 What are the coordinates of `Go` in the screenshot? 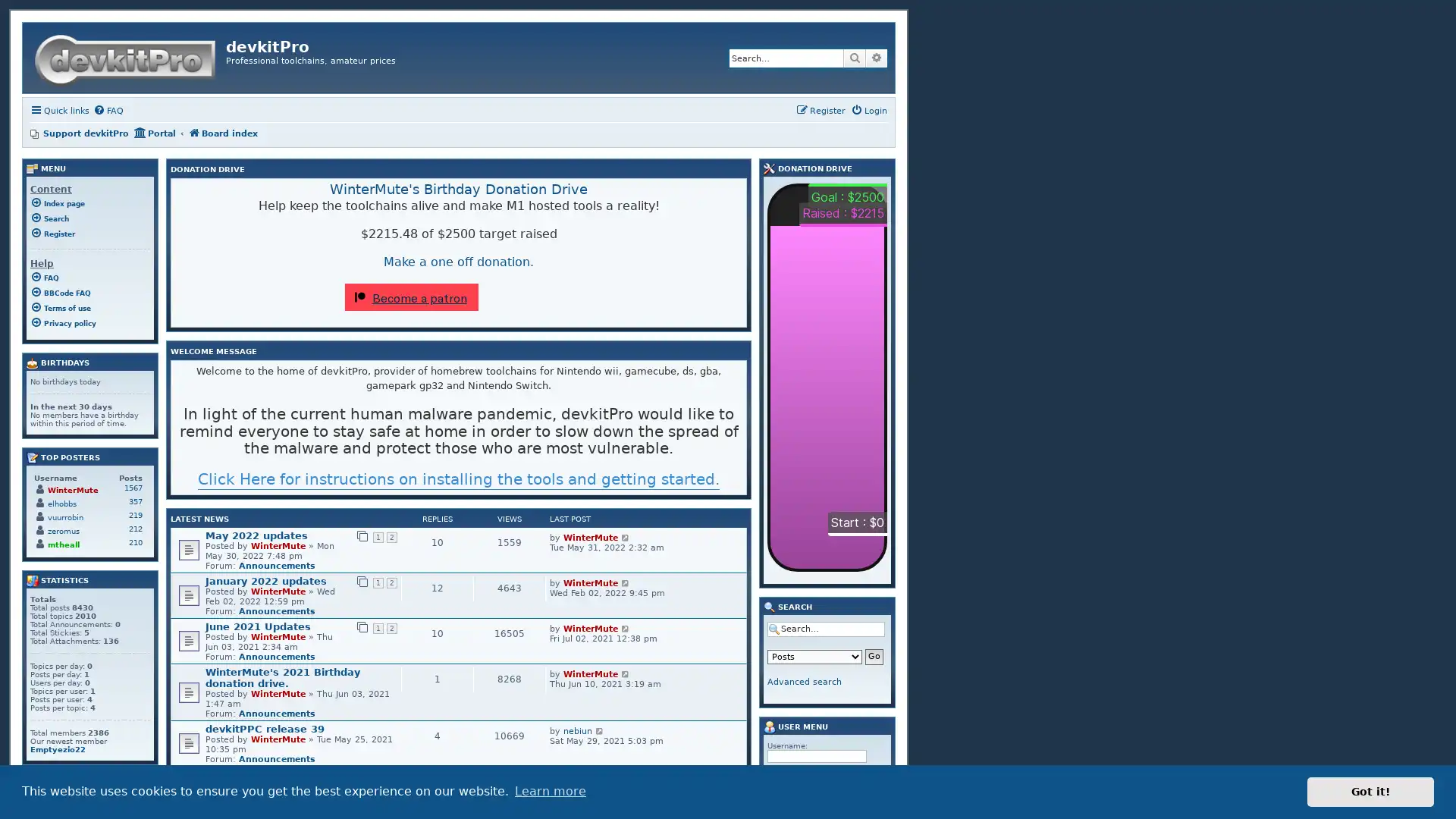 It's located at (874, 656).